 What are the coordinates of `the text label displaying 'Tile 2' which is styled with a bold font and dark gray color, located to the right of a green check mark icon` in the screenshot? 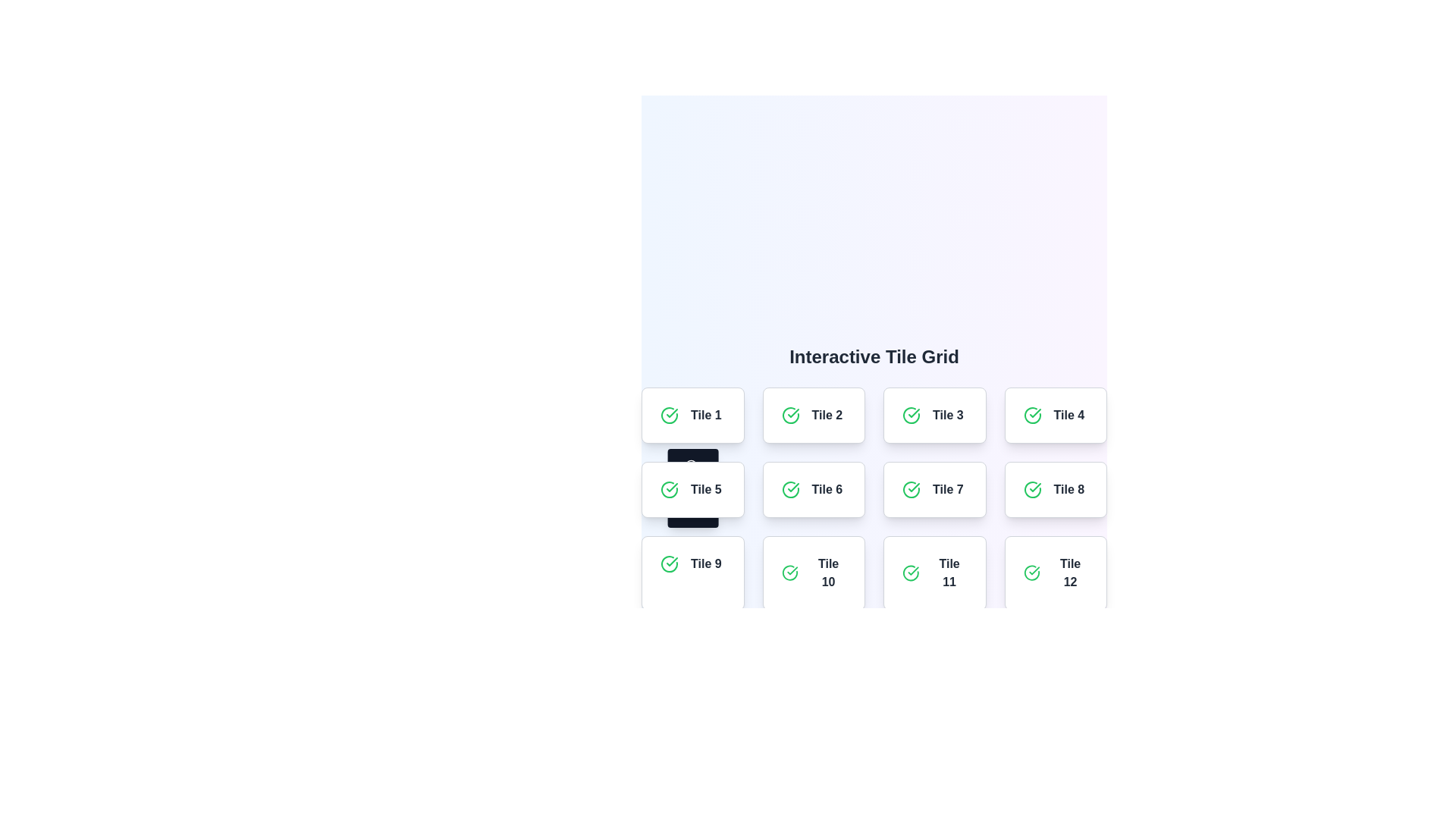 It's located at (826, 415).